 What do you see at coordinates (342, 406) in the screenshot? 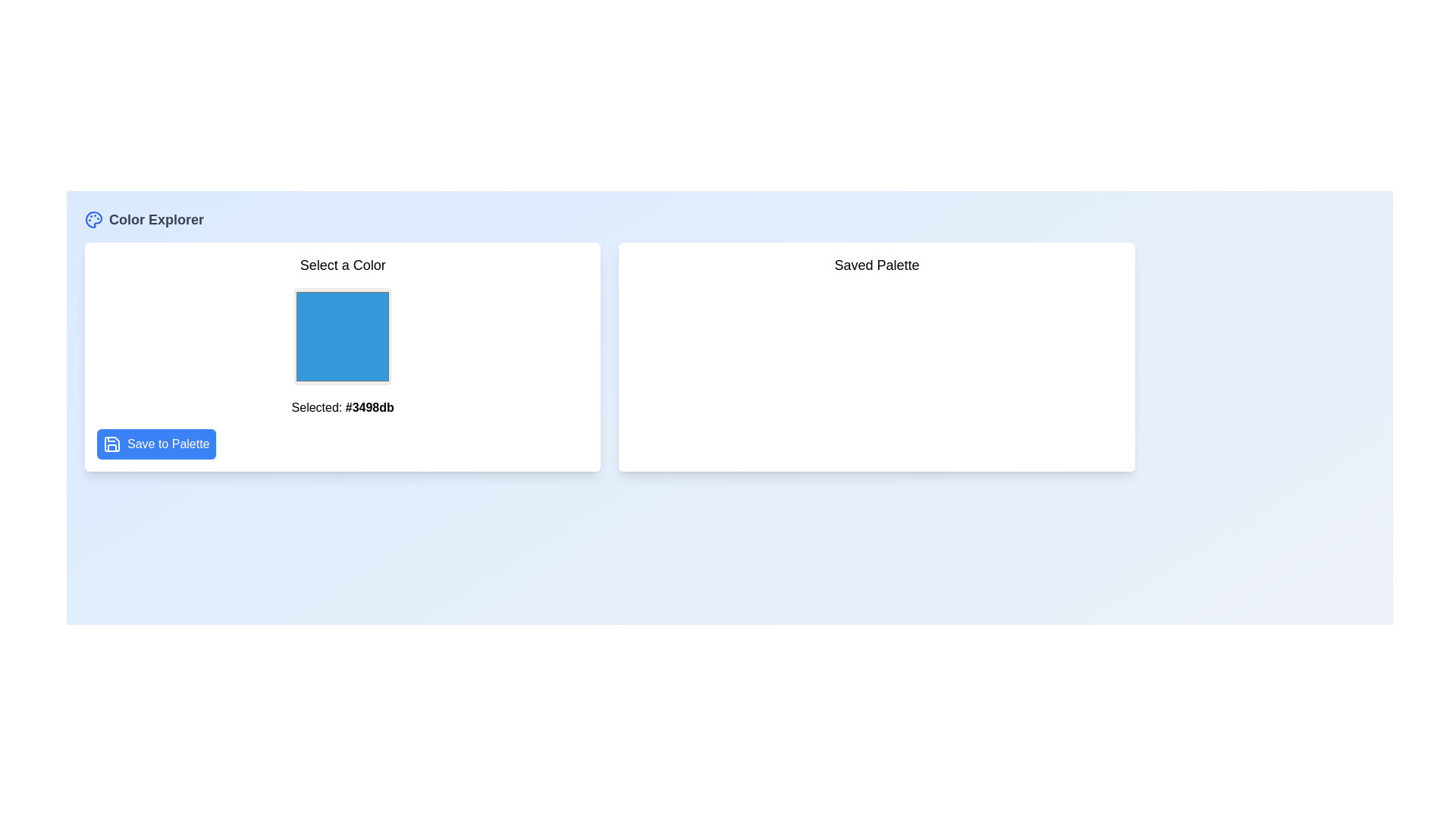
I see `the text label displaying the currently selected color's hexadecimal value, which is located above the 'Save to Palette' button in the 'Select a Color' section` at bounding box center [342, 406].